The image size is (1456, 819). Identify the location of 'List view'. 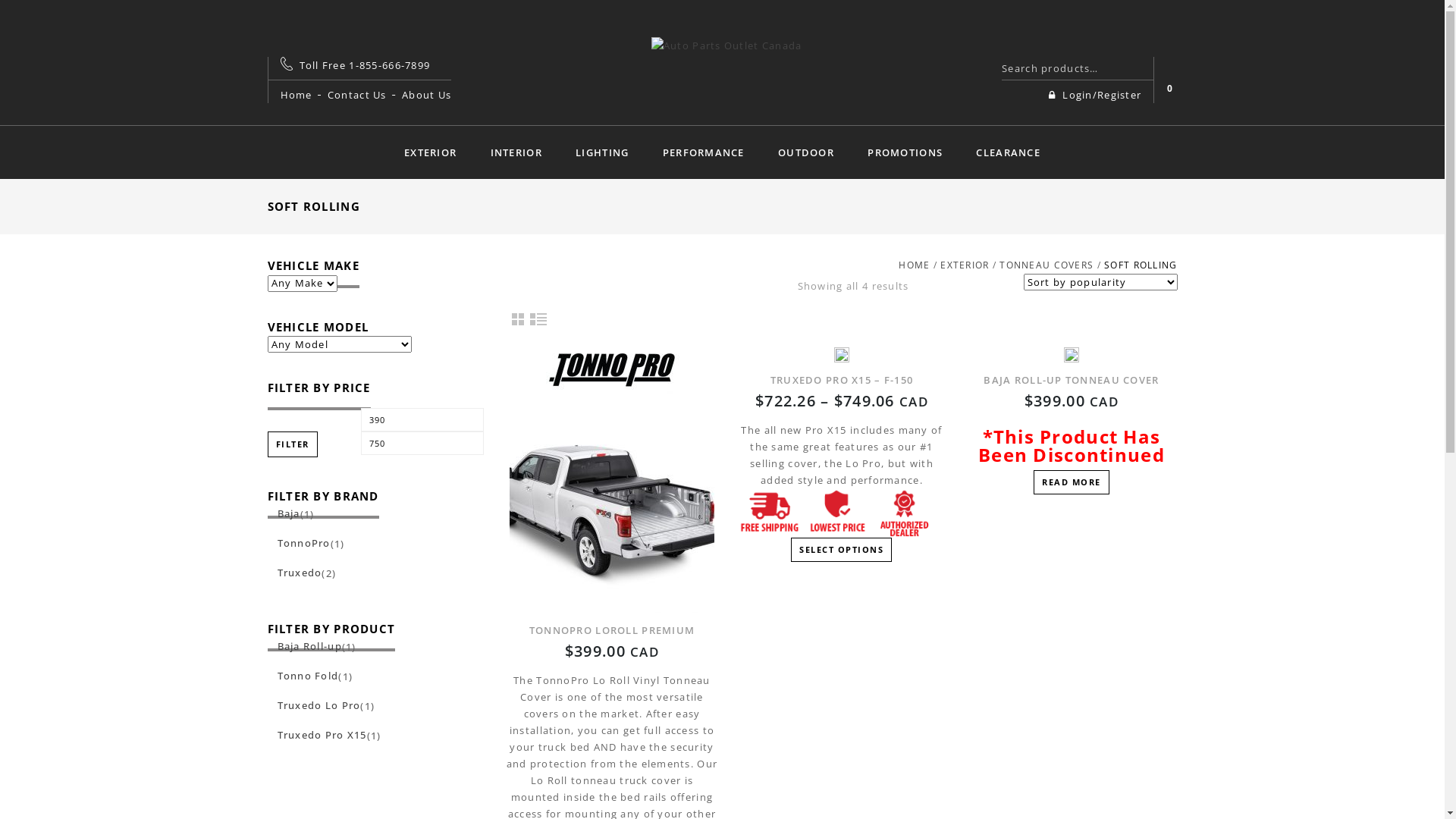
(538, 318).